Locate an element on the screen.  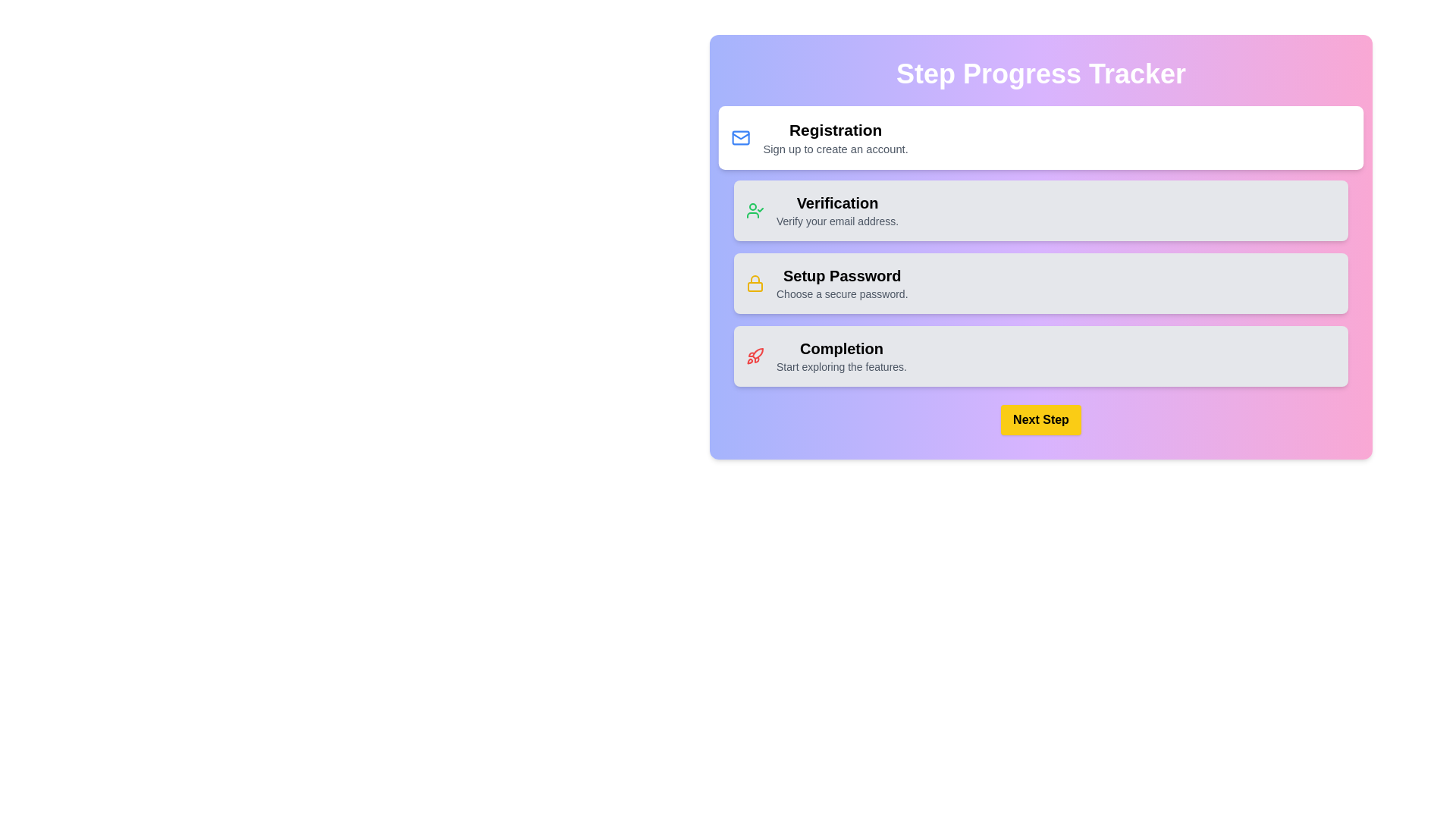
the rectangular button with a bright yellow background labeled 'Next Step' to observe any visual feedback is located at coordinates (1040, 420).